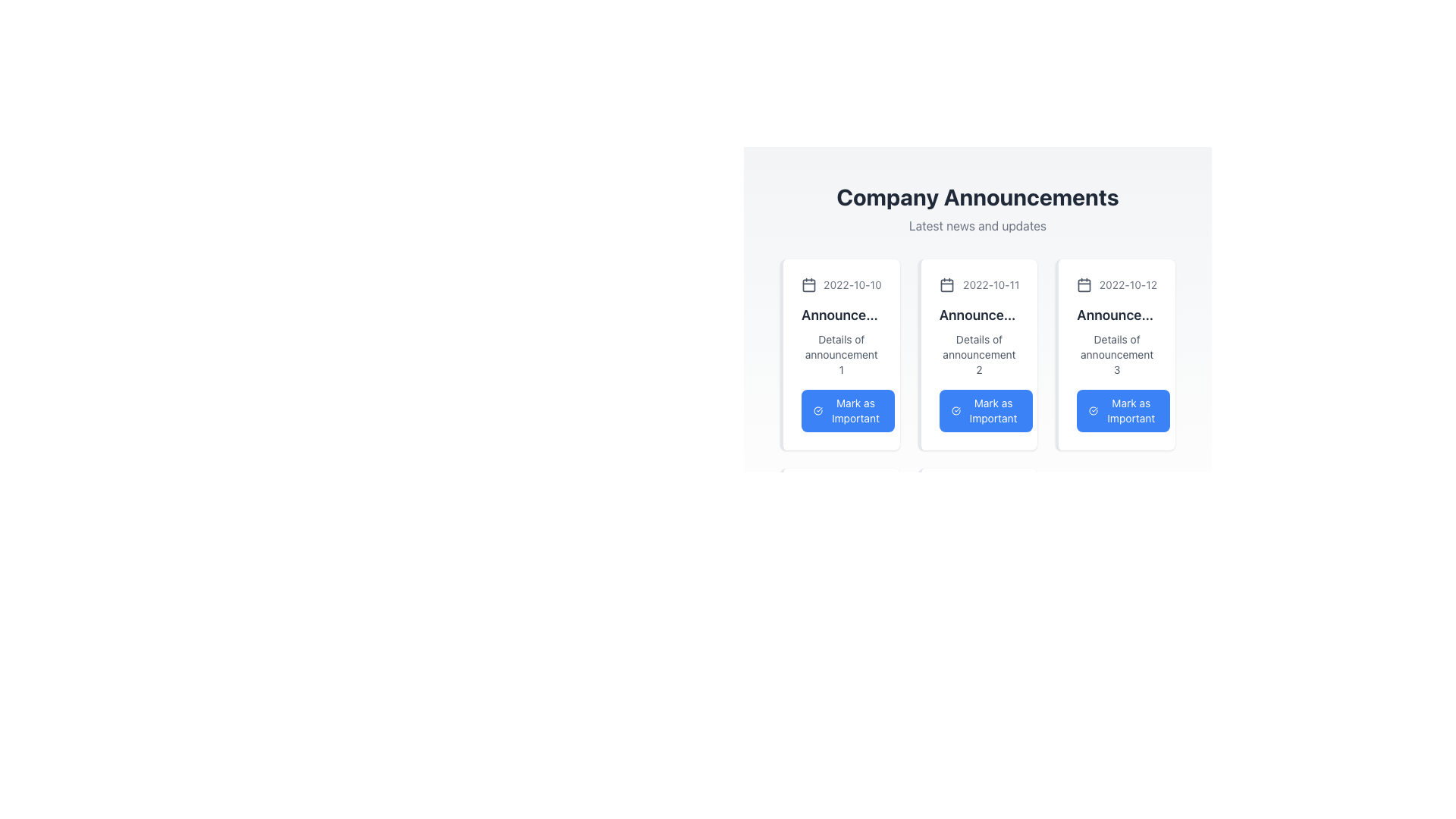 This screenshot has width=1456, height=819. I want to click on the decorative calendar icon located in the top left portion of the announcement card for October 10, 2022, in the 'Company Announcements' section, so click(808, 284).